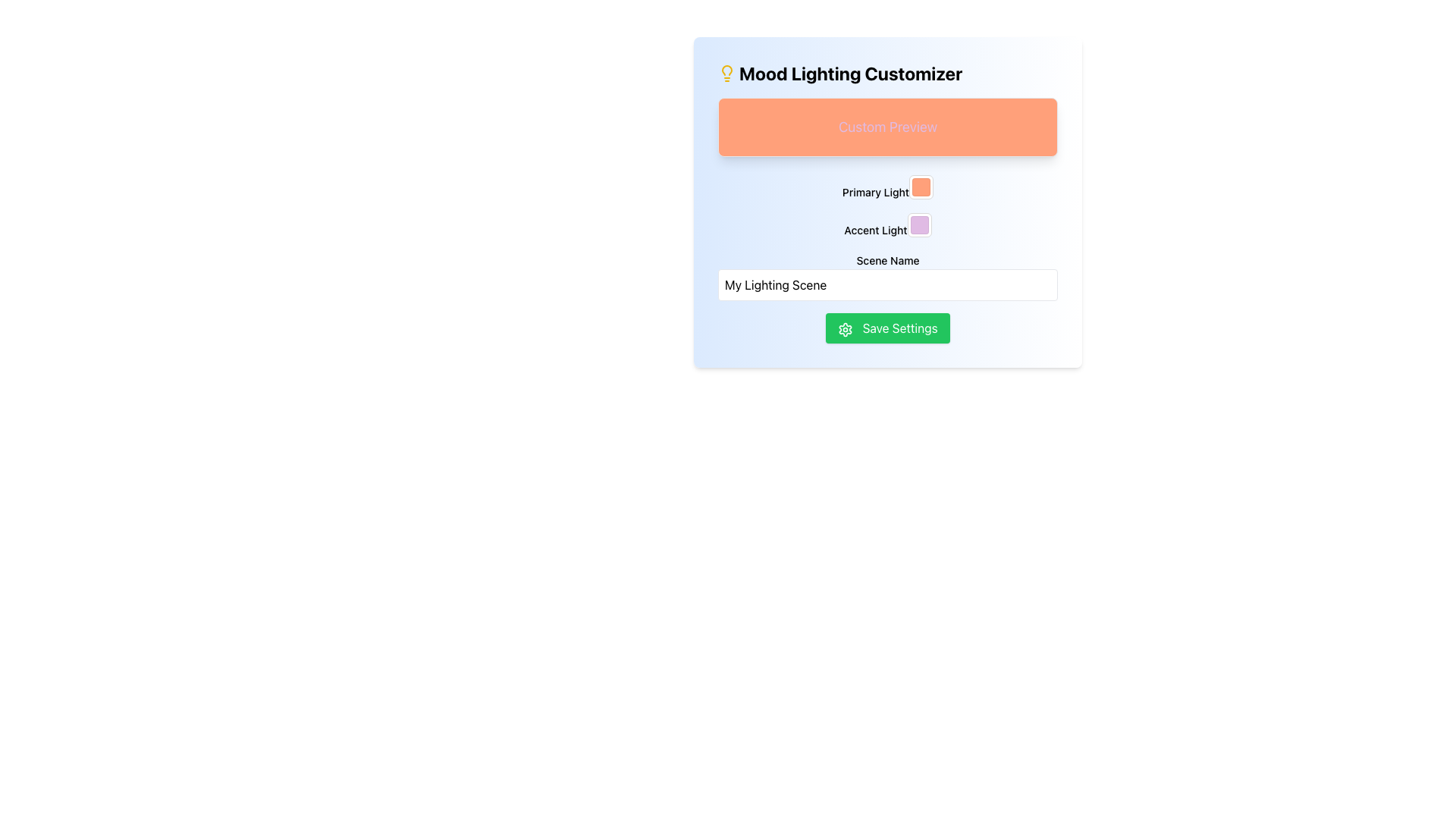  I want to click on the decorative save settings icon located within the green rectangular button labeled 'Save Settings', which is centrally aligned within the button, so click(845, 328).